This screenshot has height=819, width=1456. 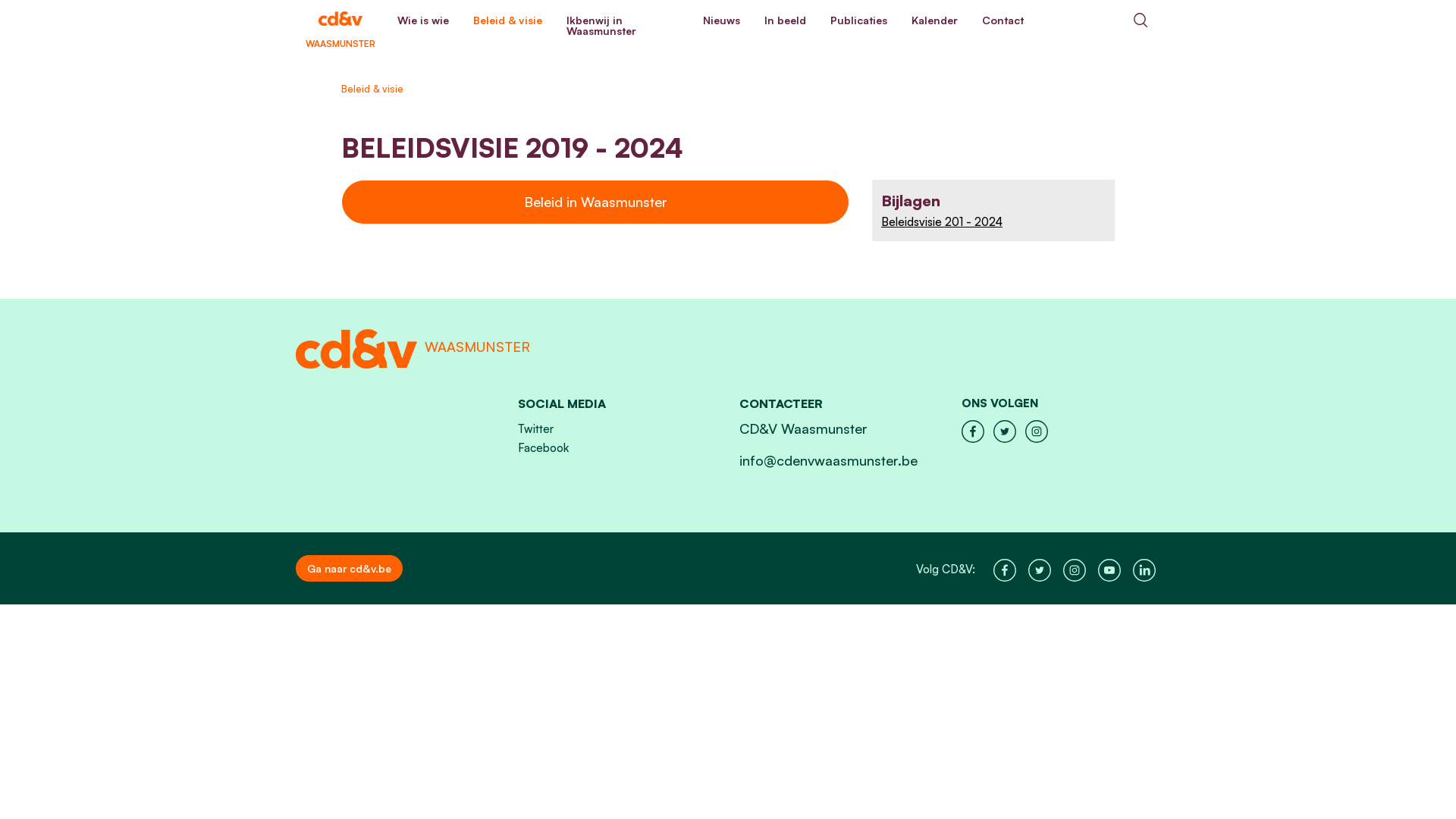 What do you see at coordinates (622, 26) in the screenshot?
I see `'Ikbenwij in Waasmunster'` at bounding box center [622, 26].